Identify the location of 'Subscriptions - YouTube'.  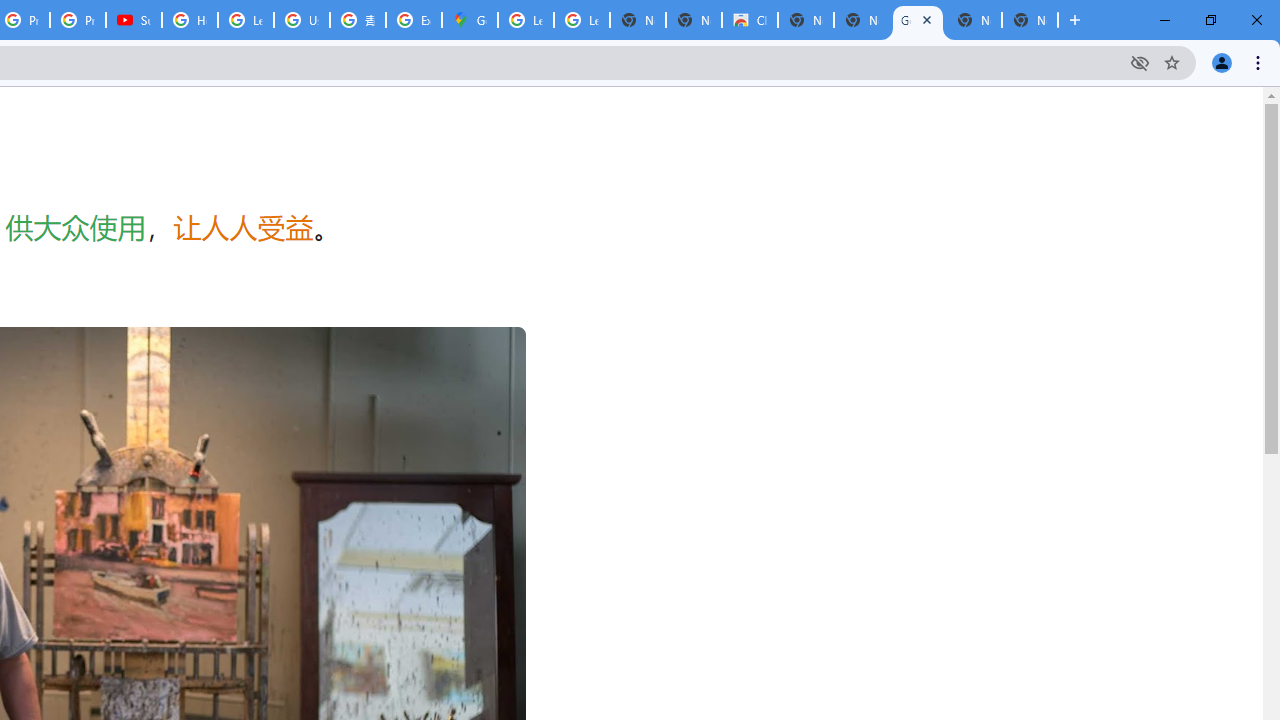
(133, 20).